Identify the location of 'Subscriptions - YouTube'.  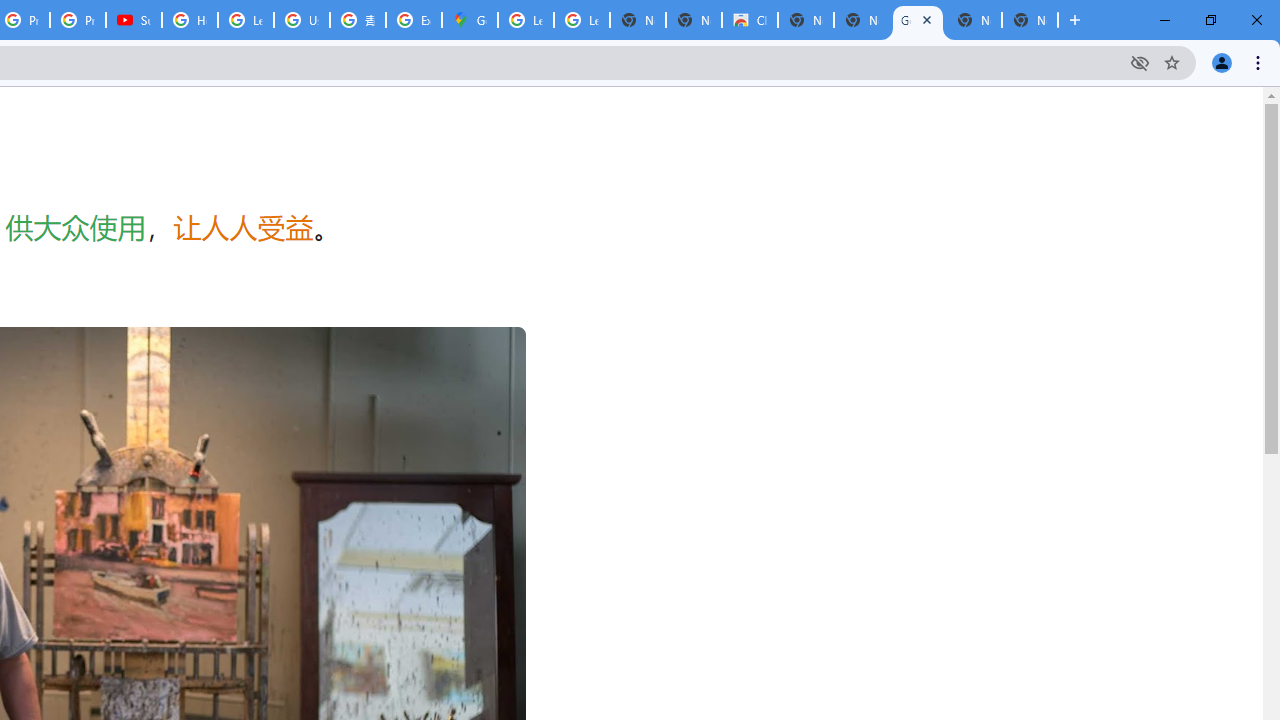
(133, 20).